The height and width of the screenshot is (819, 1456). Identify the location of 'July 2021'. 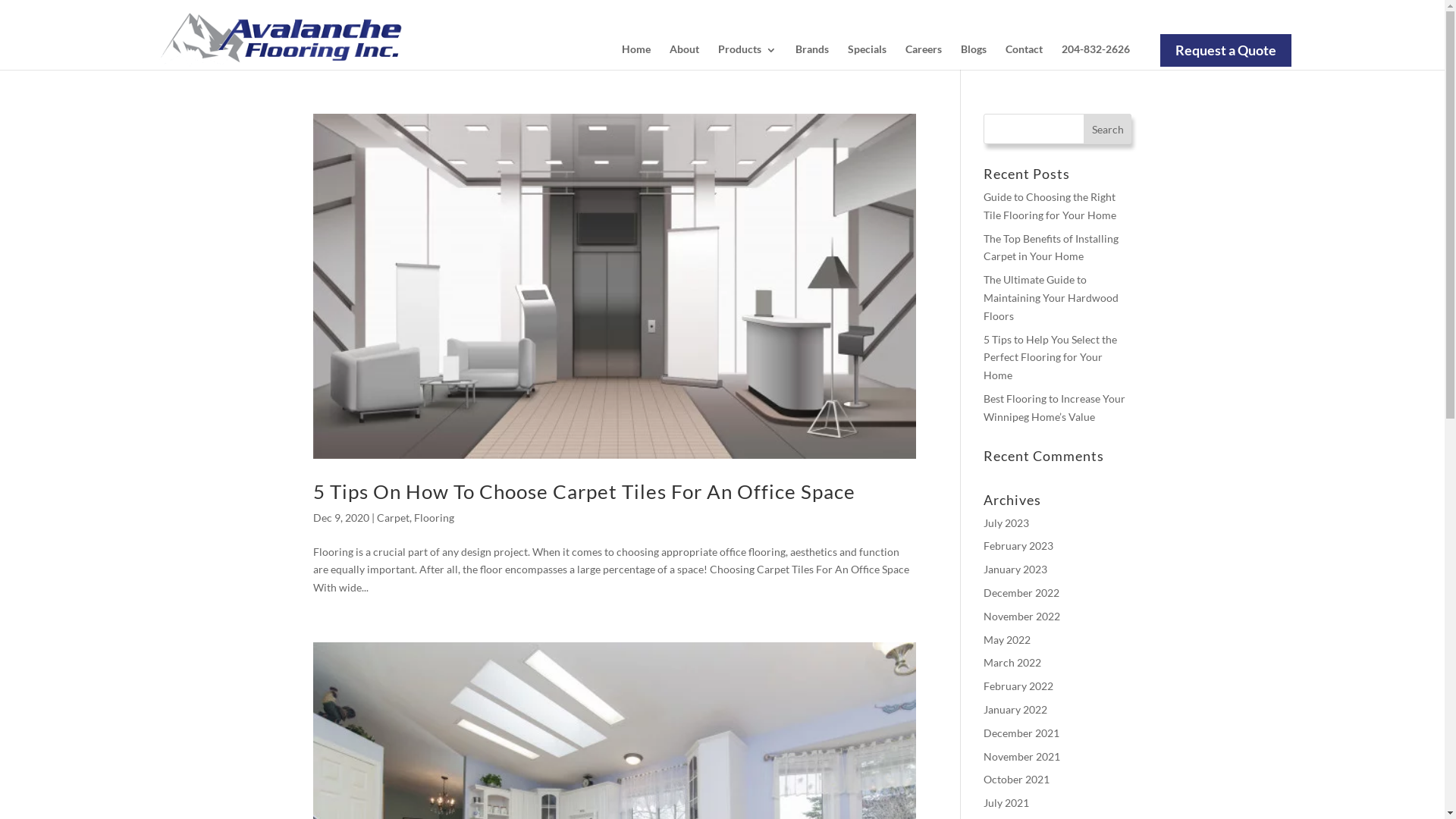
(1006, 802).